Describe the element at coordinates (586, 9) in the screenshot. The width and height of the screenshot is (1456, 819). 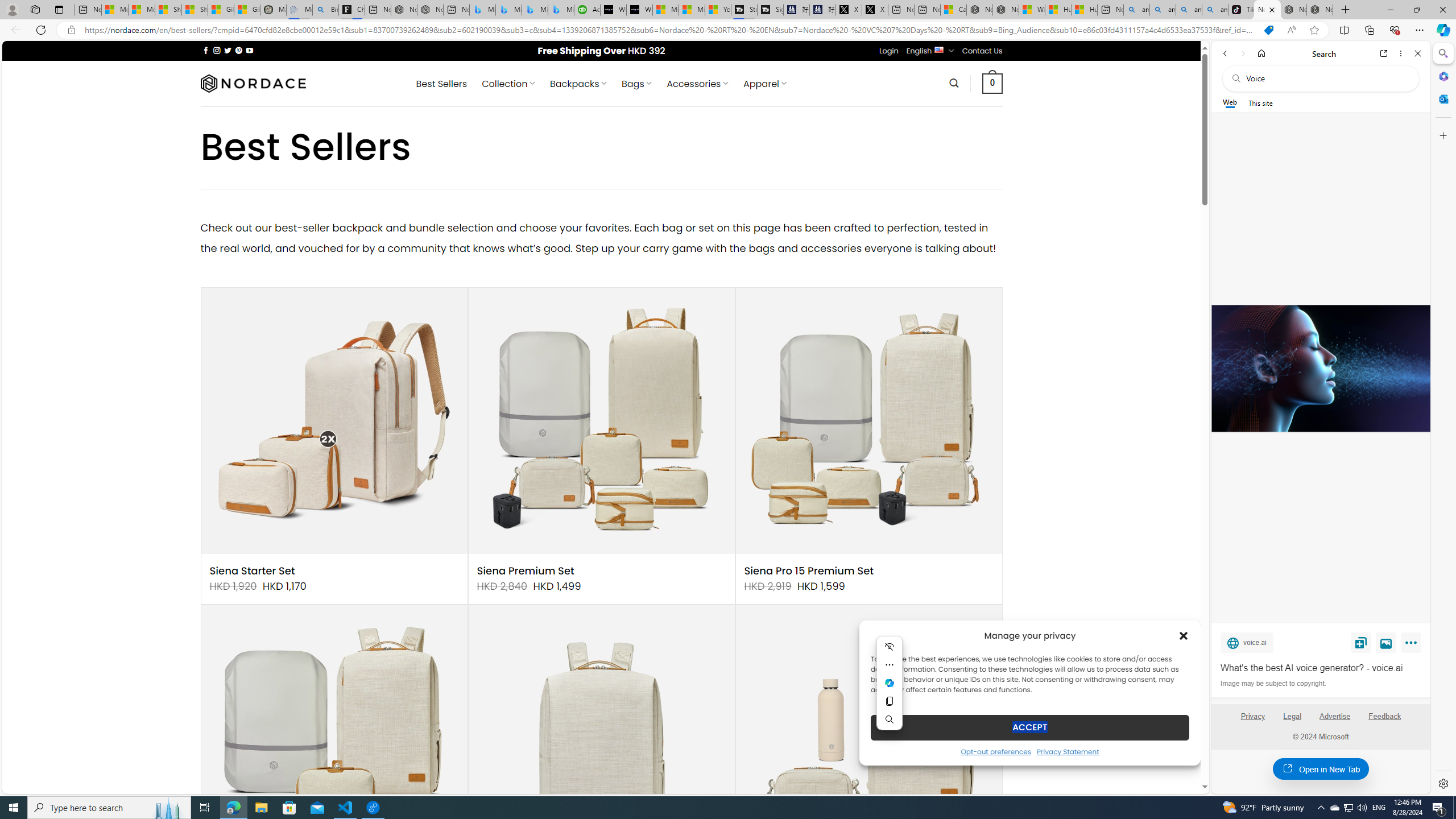
I see `'Accounting Software for Accountants, CPAs and Bookkeepers'` at that location.